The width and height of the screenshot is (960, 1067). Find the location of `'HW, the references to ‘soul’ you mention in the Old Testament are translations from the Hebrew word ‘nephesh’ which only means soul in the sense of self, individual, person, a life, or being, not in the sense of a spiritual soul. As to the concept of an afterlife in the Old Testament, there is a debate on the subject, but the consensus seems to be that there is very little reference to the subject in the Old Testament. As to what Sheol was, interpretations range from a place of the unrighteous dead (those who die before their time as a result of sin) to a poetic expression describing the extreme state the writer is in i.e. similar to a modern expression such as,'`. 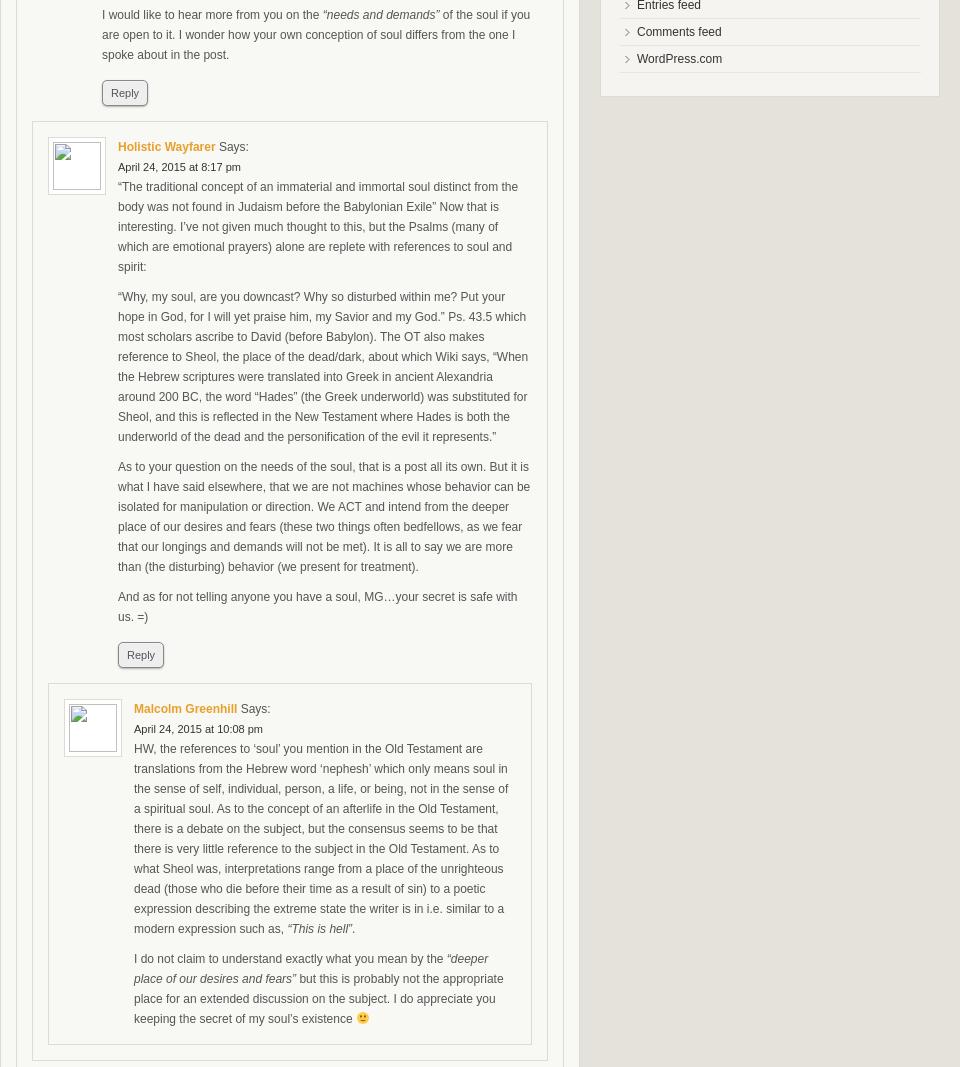

'HW, the references to ‘soul’ you mention in the Old Testament are translations from the Hebrew word ‘nephesh’ which only means soul in the sense of self, individual, person, a life, or being, not in the sense of a spiritual soul. As to the concept of an afterlife in the Old Testament, there is a debate on the subject, but the consensus seems to be that there is very little reference to the subject in the Old Testament. As to what Sheol was, interpretations range from a place of the unrighteous dead (those who die before their time as a result of sin) to a poetic expression describing the extreme state the writer is in i.e. similar to a modern expression such as,' is located at coordinates (321, 837).